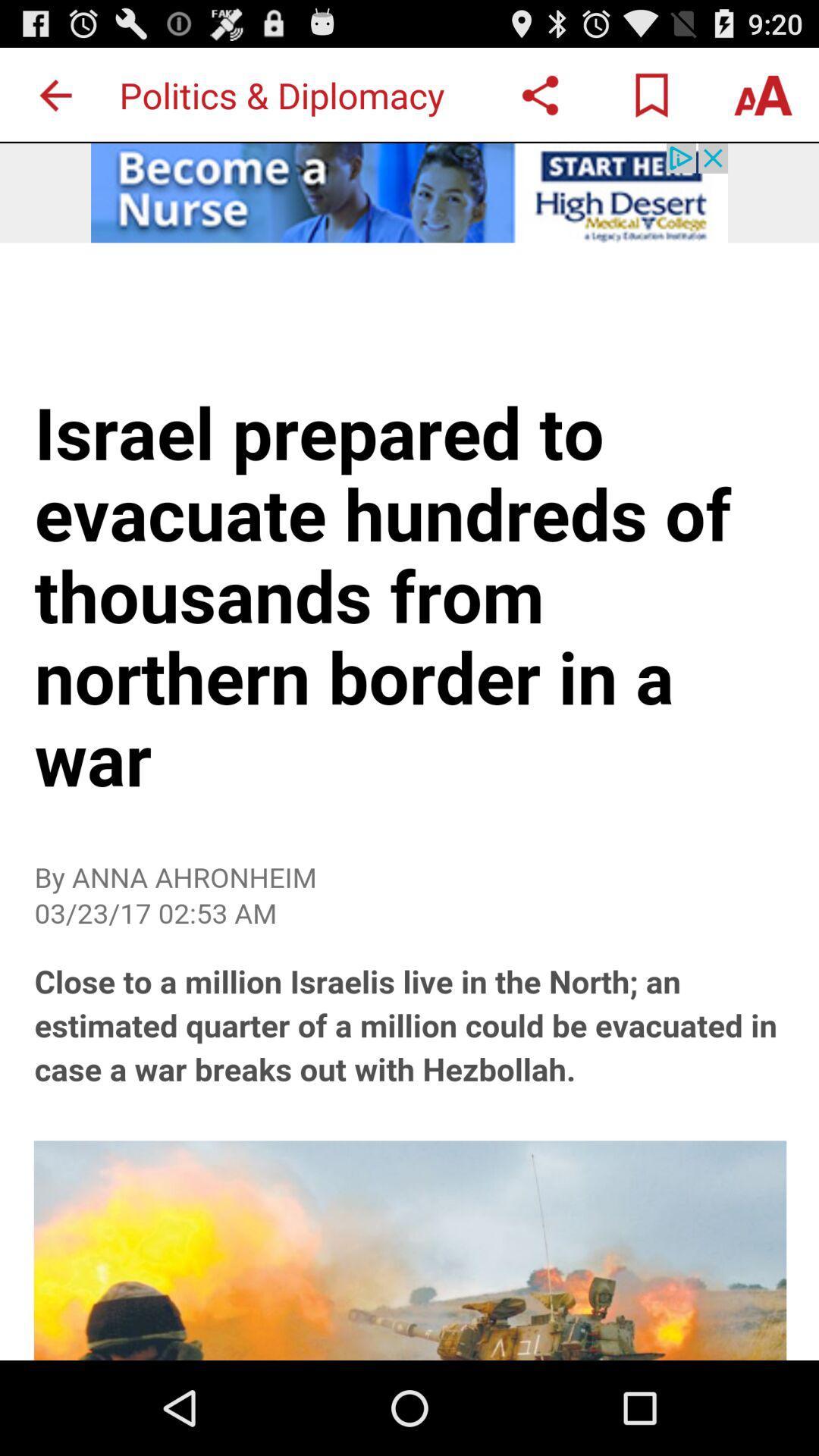 This screenshot has height=1456, width=819. I want to click on share the article, so click(539, 94).